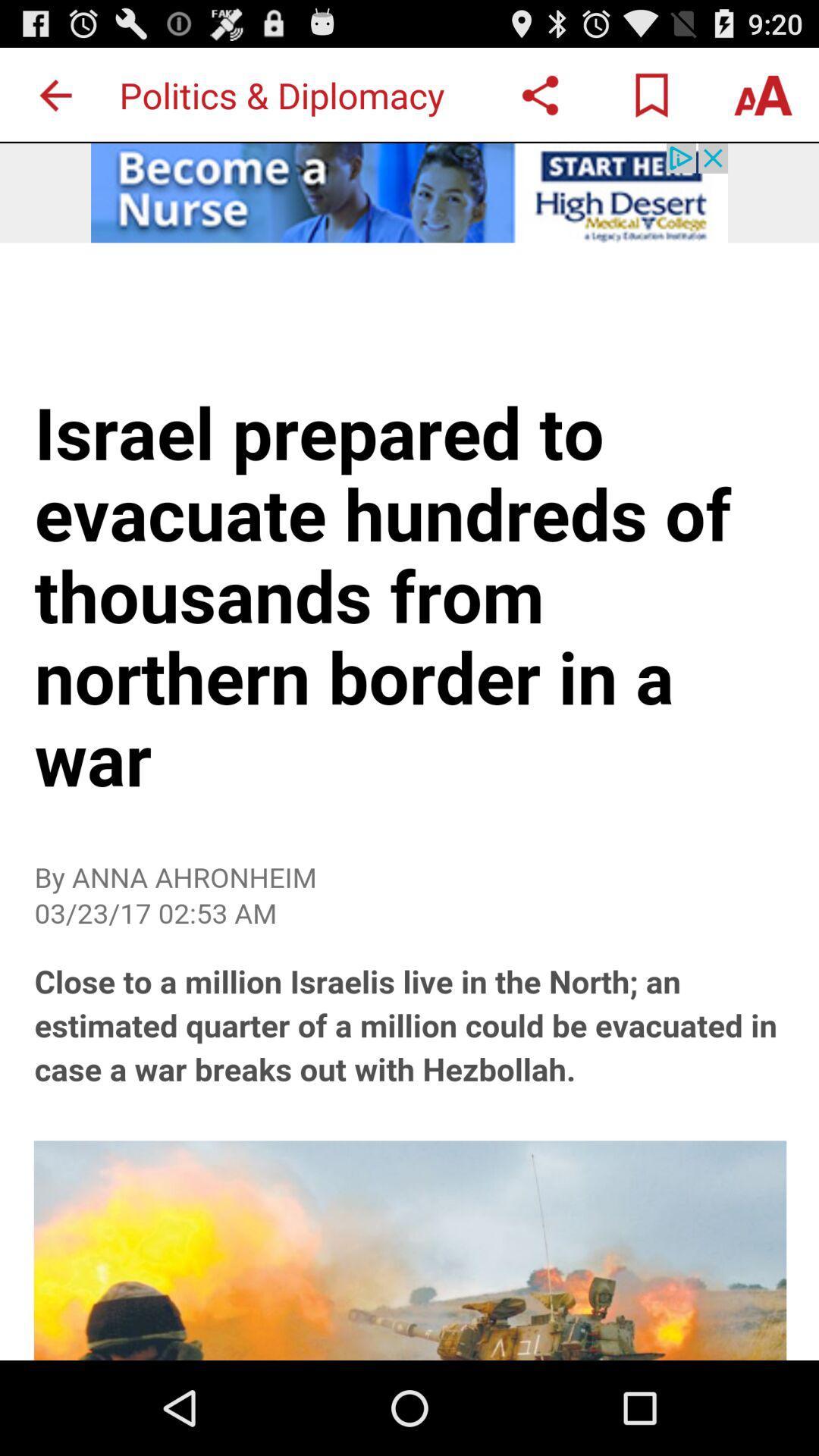 This screenshot has height=1456, width=819. I want to click on share the article, so click(539, 94).